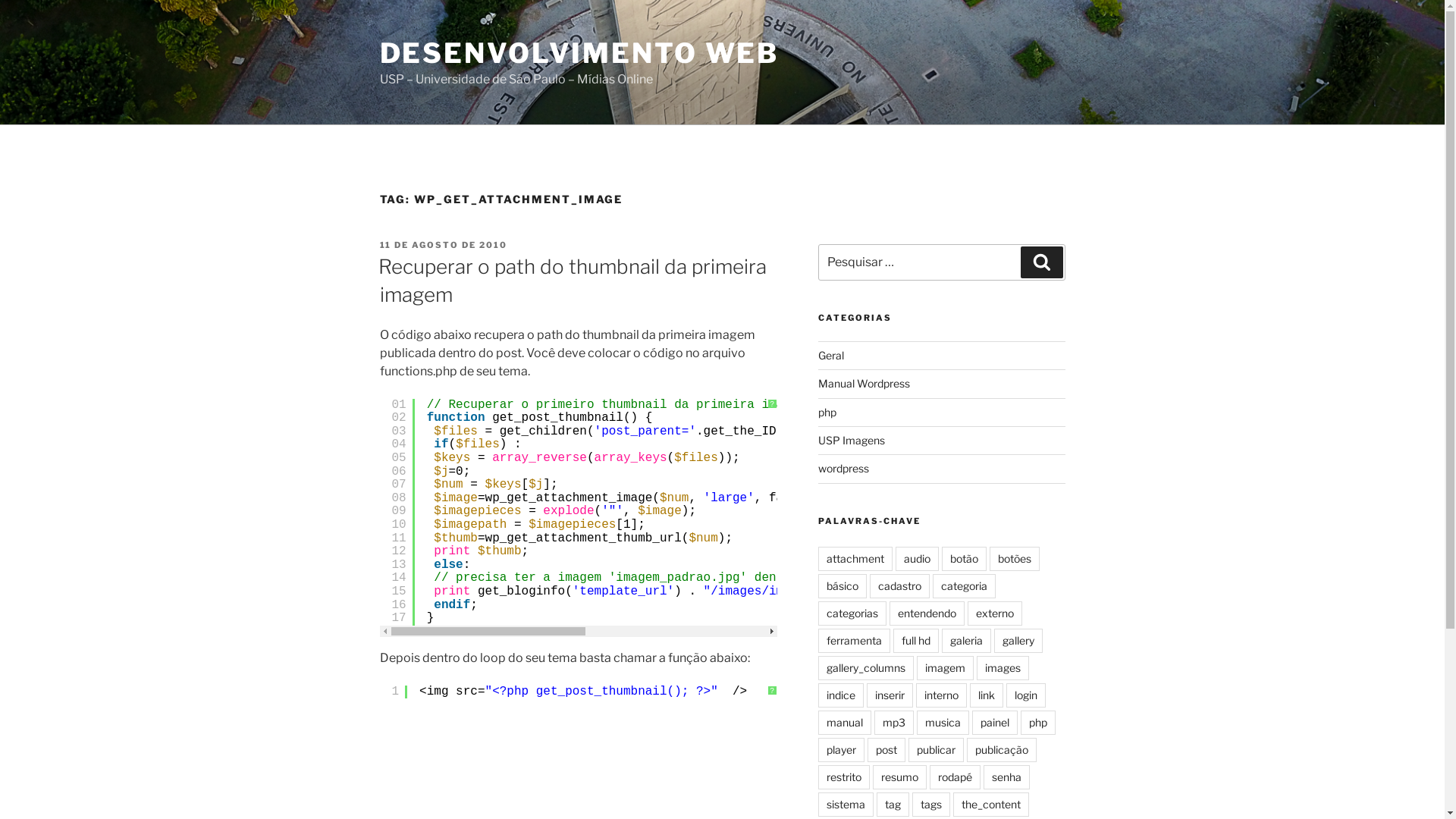 The width and height of the screenshot is (1456, 819). Describe the element at coordinates (916, 721) in the screenshot. I see `'musica'` at that location.